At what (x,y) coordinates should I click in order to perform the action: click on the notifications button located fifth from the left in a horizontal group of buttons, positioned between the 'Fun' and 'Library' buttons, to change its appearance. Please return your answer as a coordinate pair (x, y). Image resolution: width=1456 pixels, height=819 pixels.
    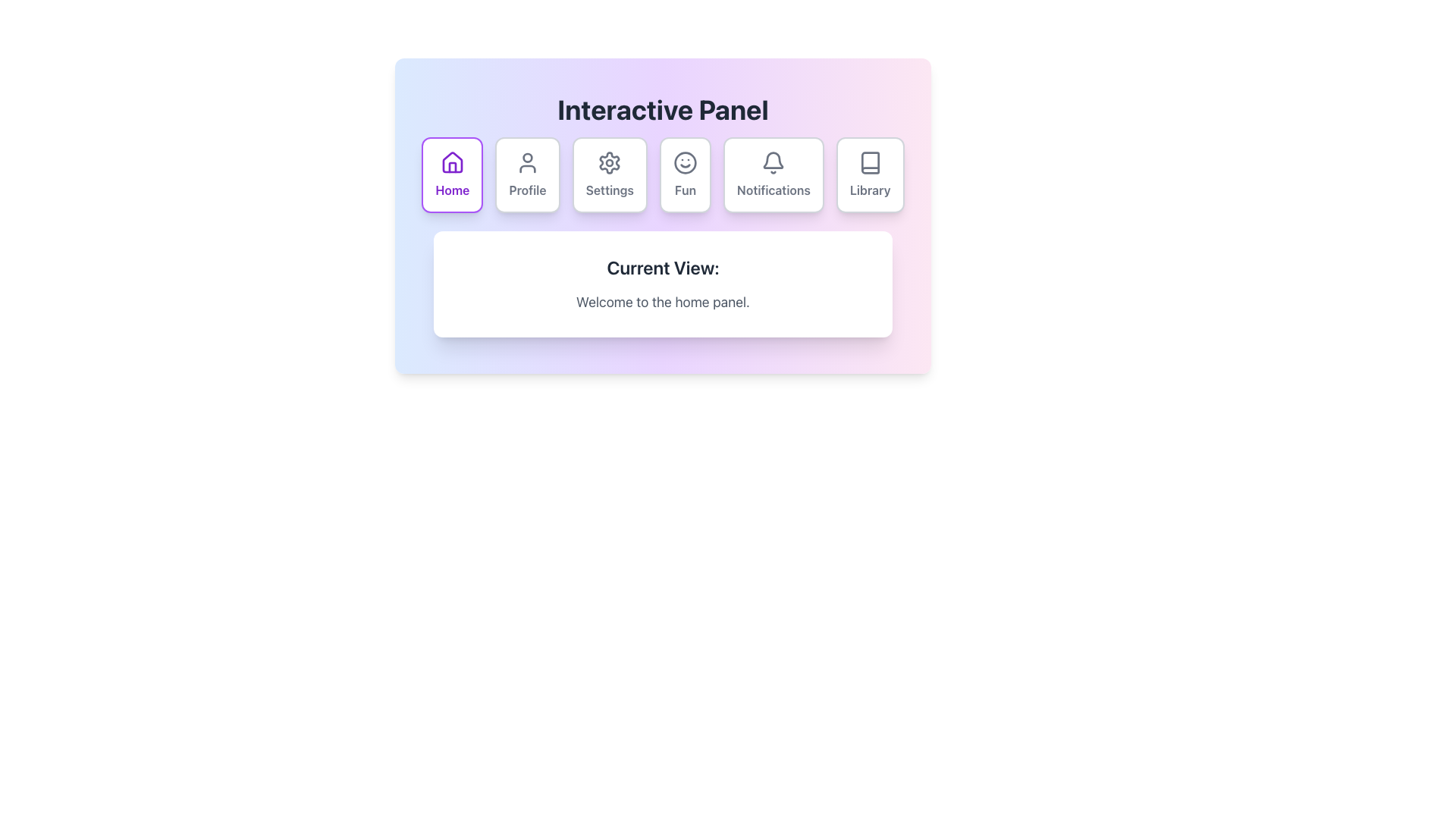
    Looking at the image, I should click on (773, 174).